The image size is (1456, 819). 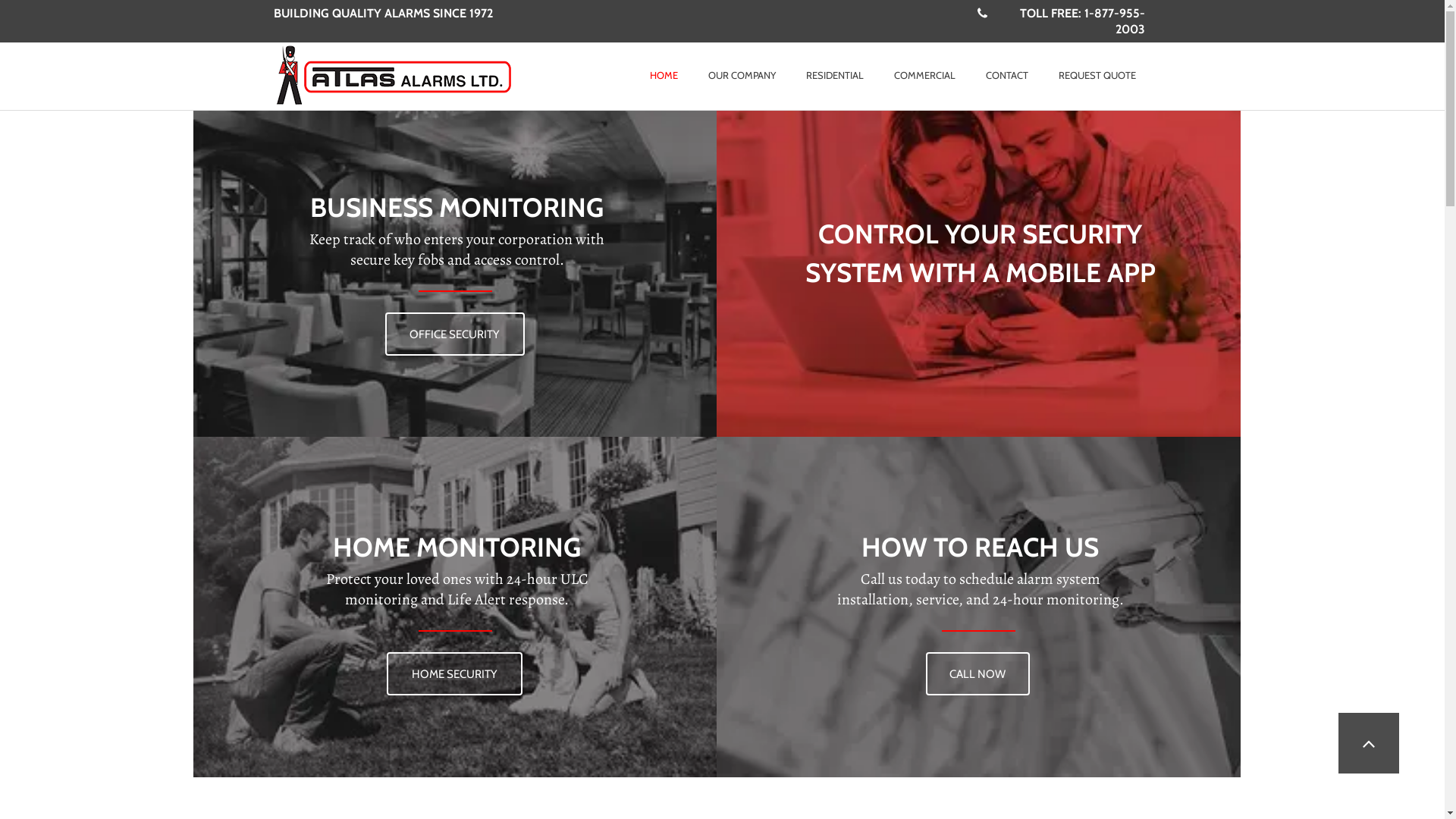 I want to click on 'OFFICE SECURITY', so click(x=454, y=333).